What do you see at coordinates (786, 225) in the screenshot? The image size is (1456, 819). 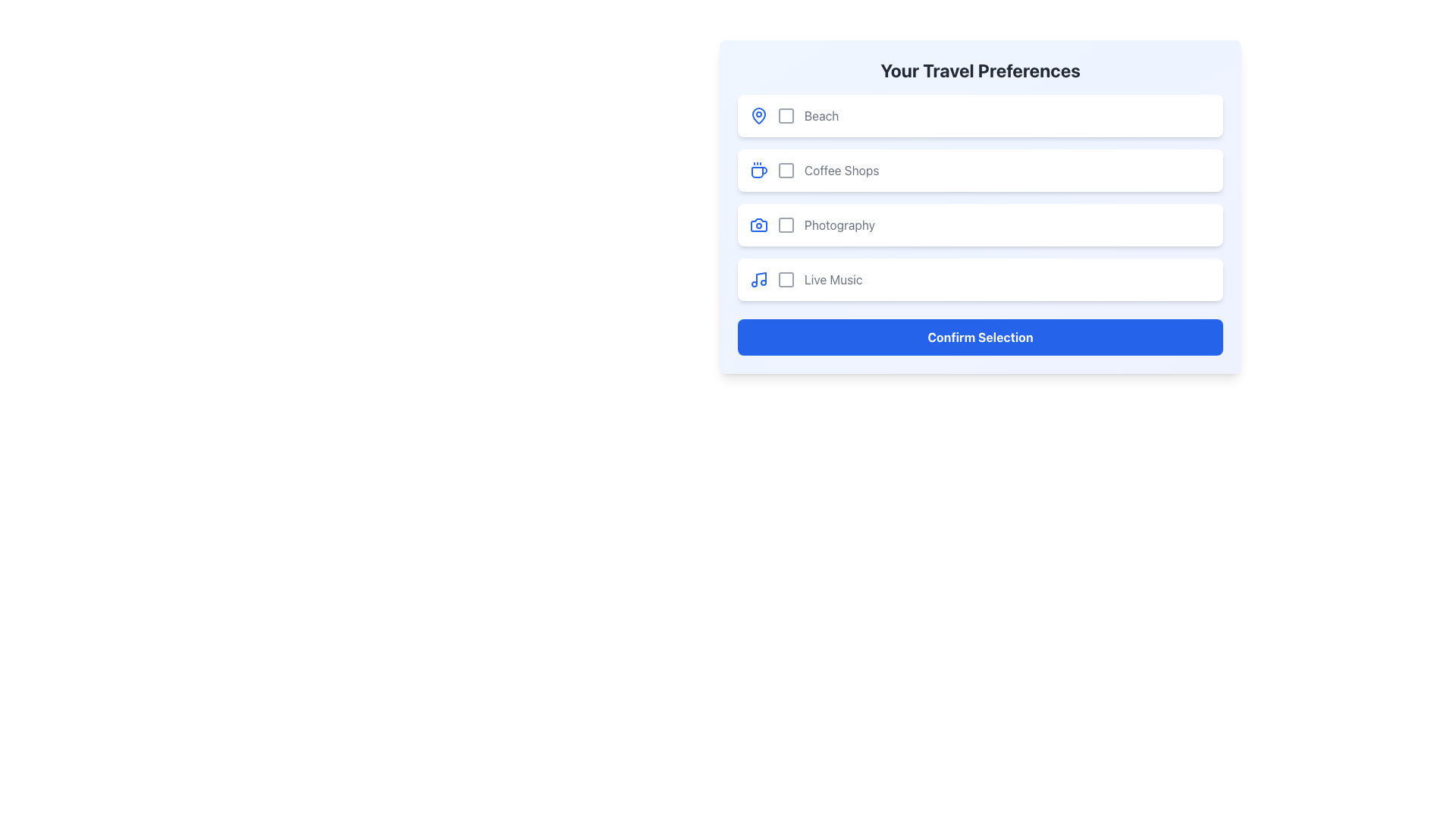 I see `the 'Photography' checkbox to summon the context menu` at bounding box center [786, 225].